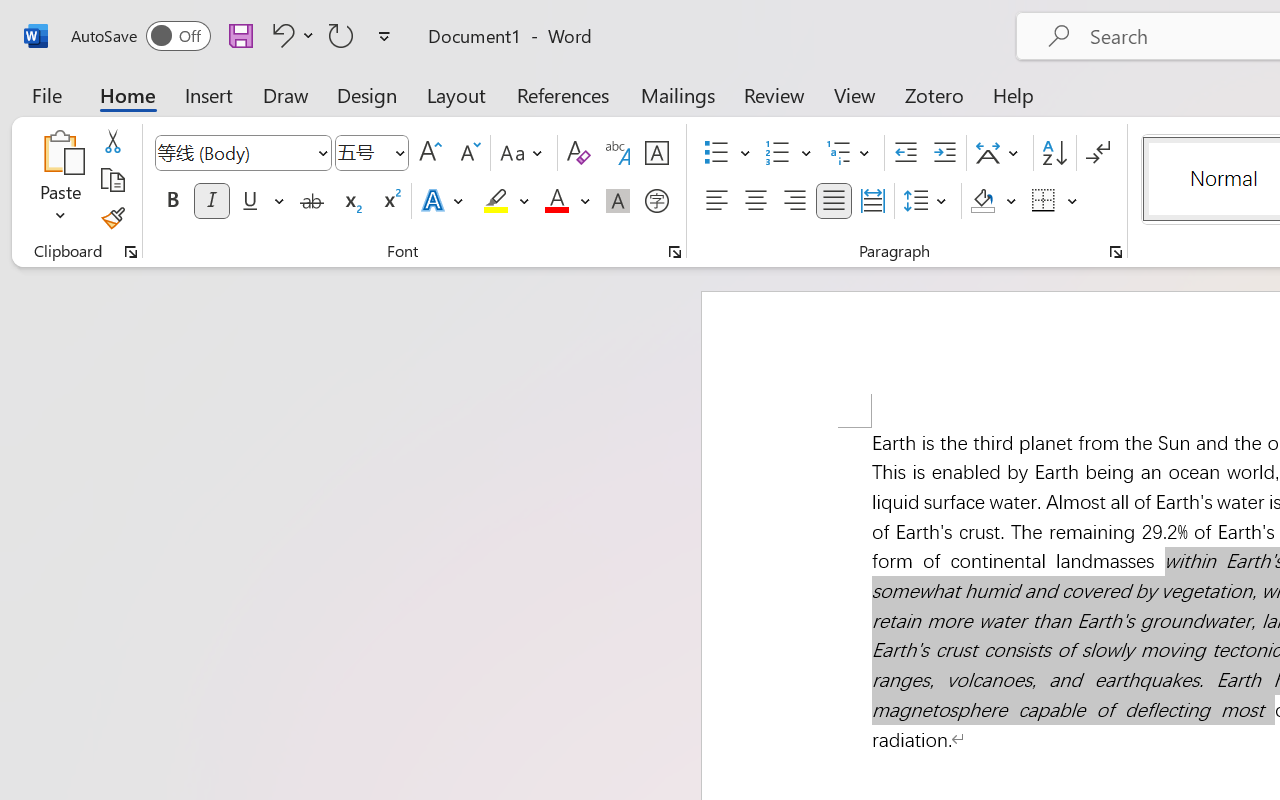  Describe the element at coordinates (496, 201) in the screenshot. I see `'Text Highlight Color Yellow'` at that location.